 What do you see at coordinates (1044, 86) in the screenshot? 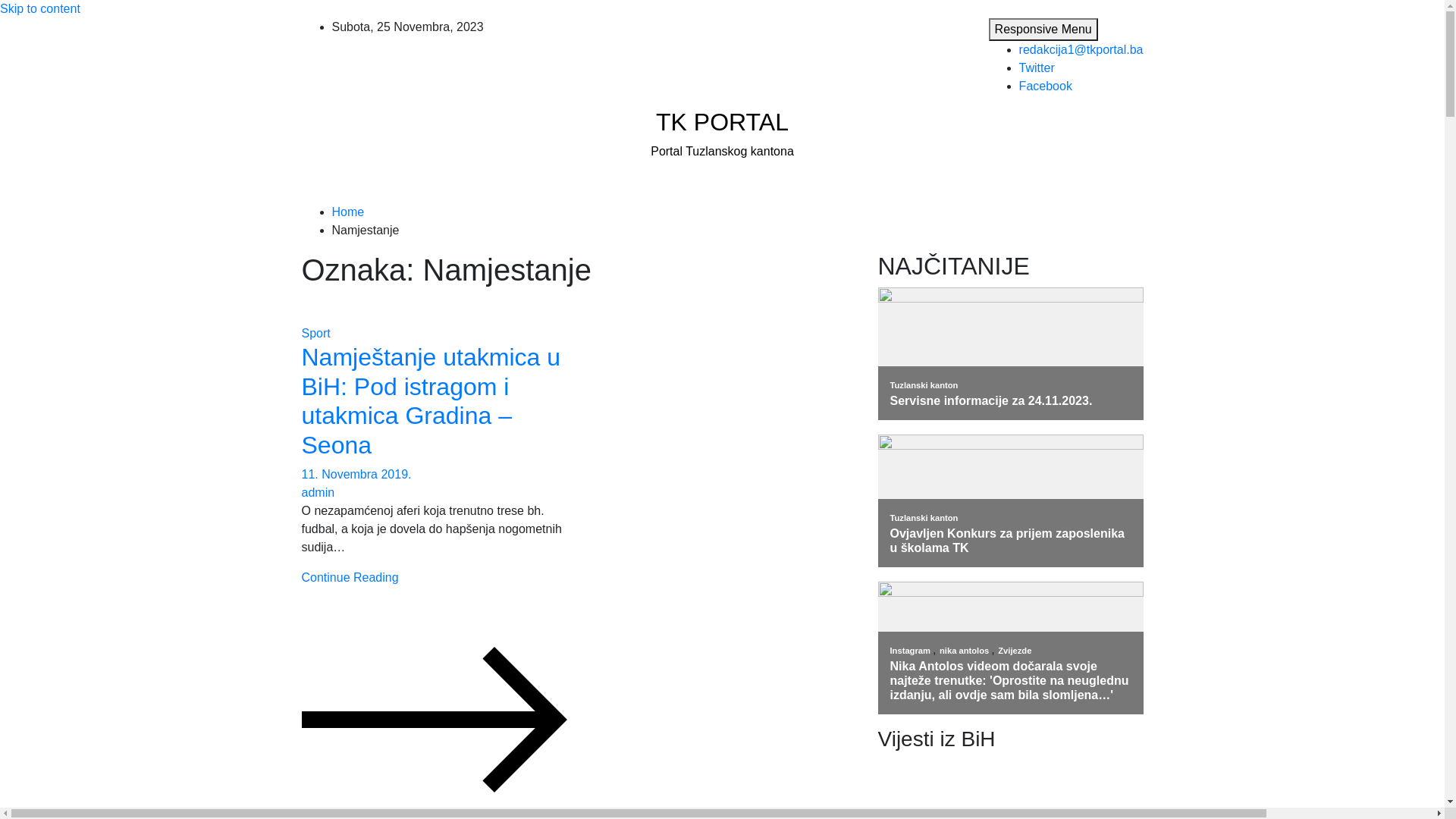
I see `'Facebook'` at bounding box center [1044, 86].